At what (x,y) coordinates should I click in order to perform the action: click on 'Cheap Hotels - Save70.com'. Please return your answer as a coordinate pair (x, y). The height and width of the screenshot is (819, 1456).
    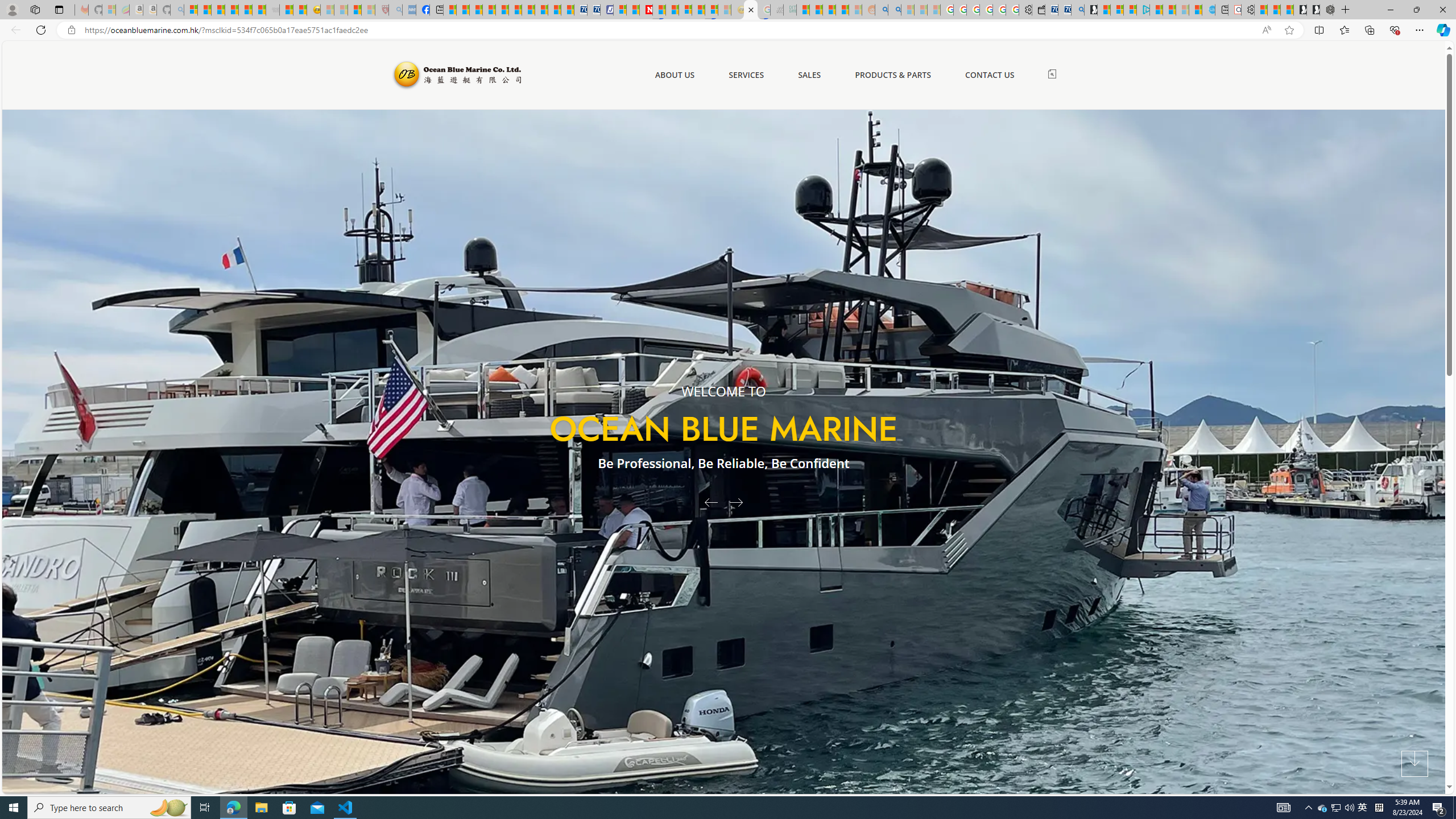
    Looking at the image, I should click on (593, 9).